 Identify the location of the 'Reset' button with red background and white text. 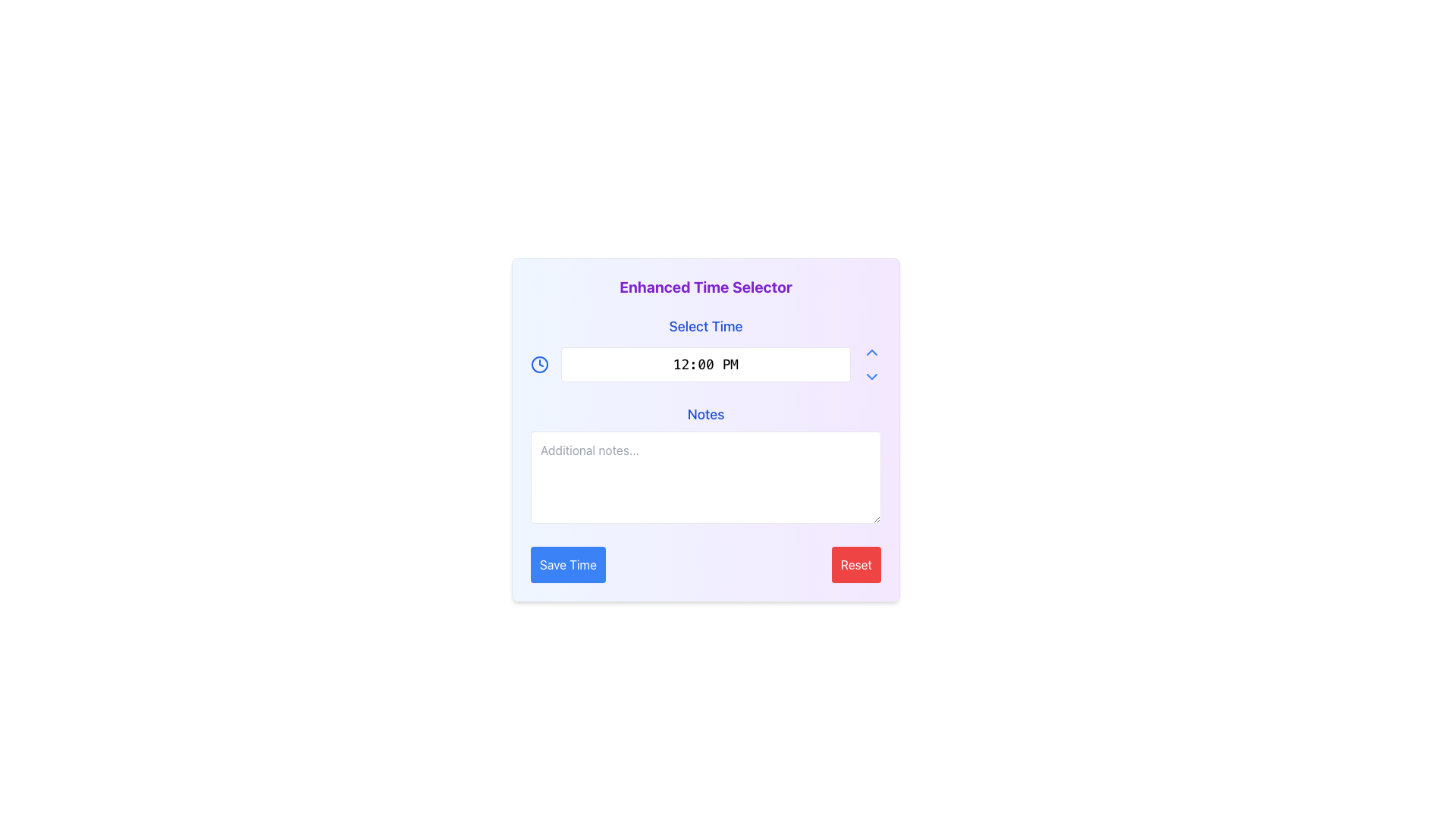
(856, 564).